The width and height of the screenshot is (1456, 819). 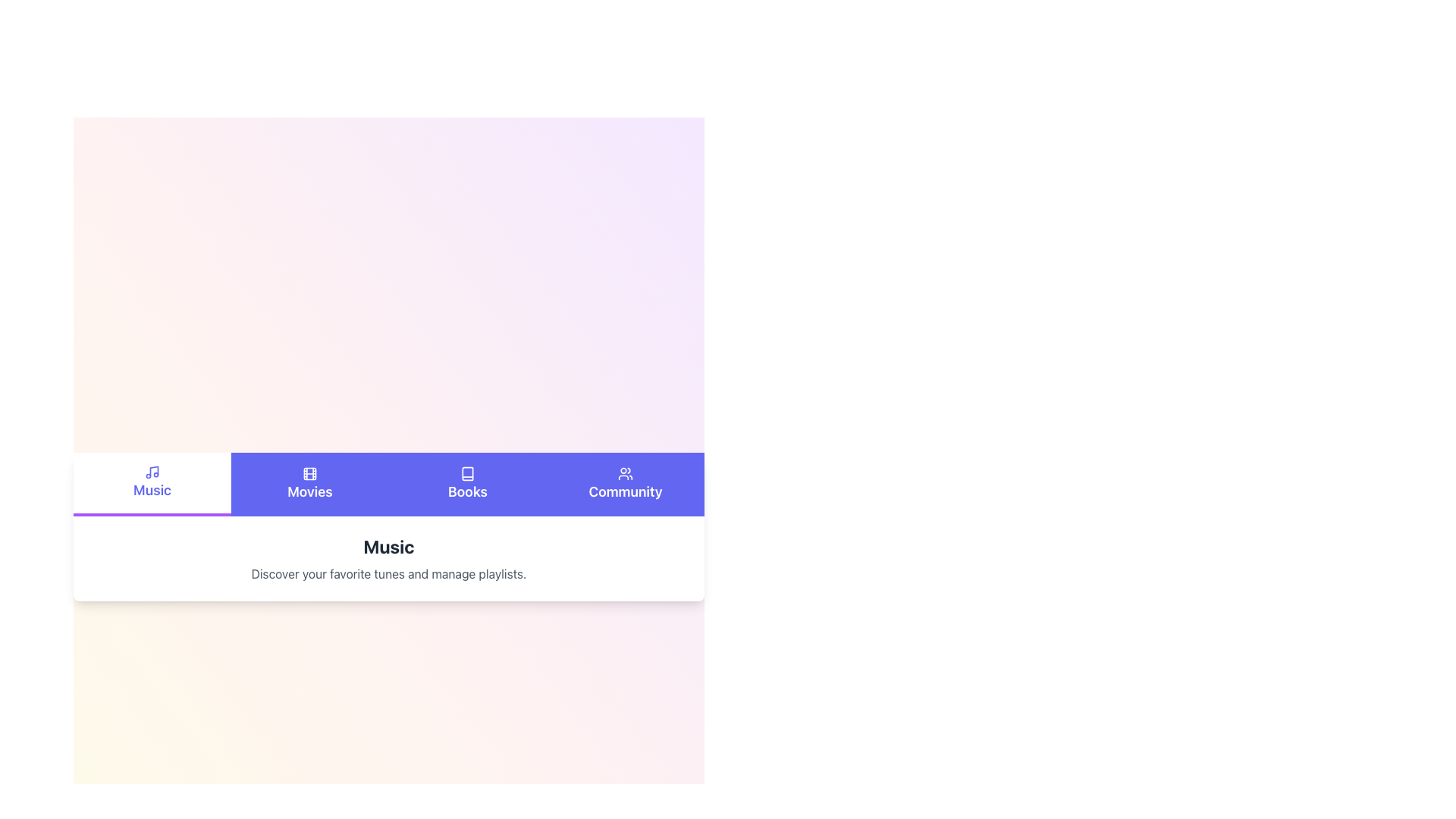 I want to click on the music icon represented by a note symbol in the navigation panel, so click(x=152, y=472).